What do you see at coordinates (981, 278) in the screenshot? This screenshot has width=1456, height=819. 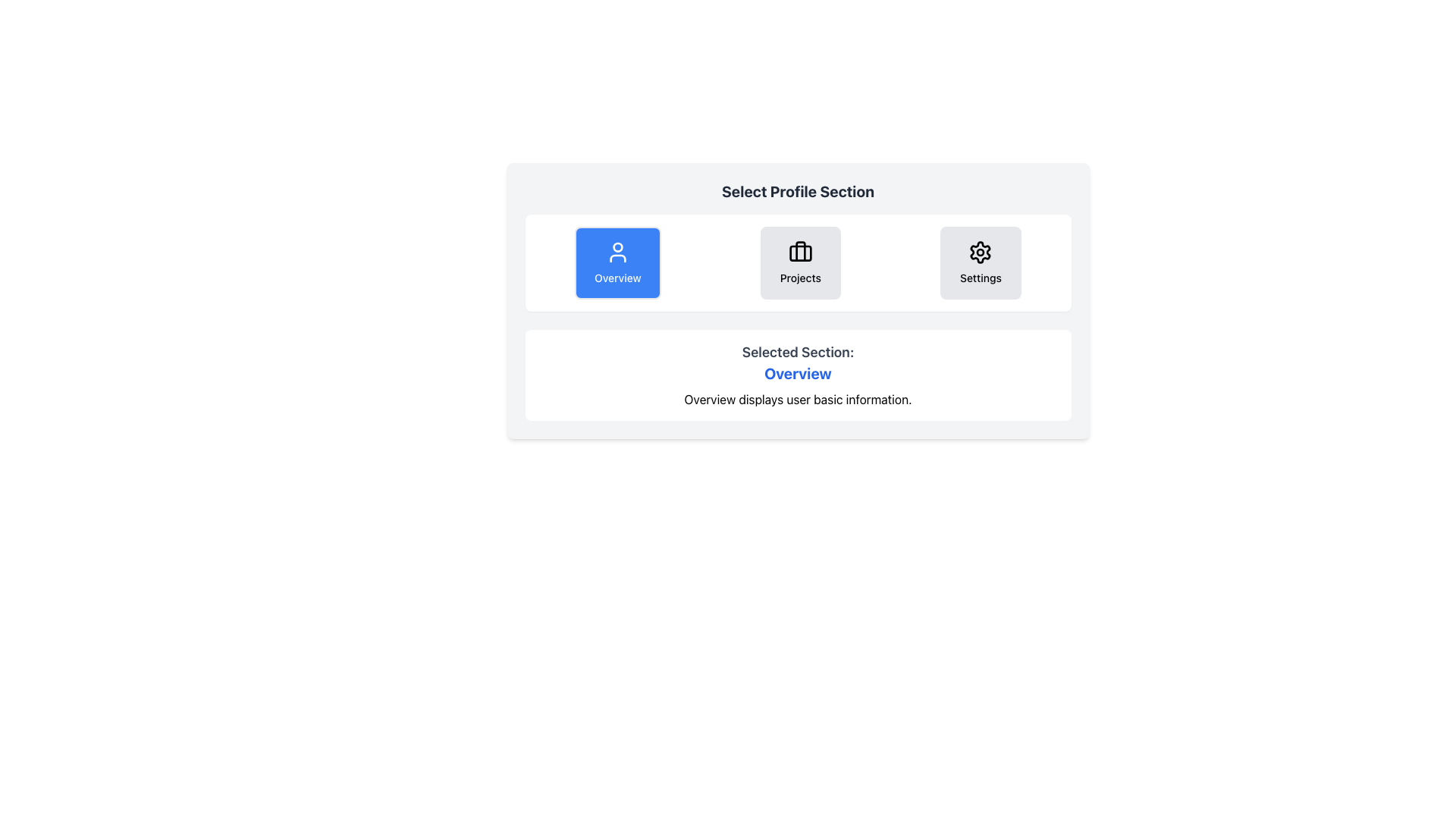 I see `text label displaying 'Settings' located below the gear icon in the settings section of the UI` at bounding box center [981, 278].